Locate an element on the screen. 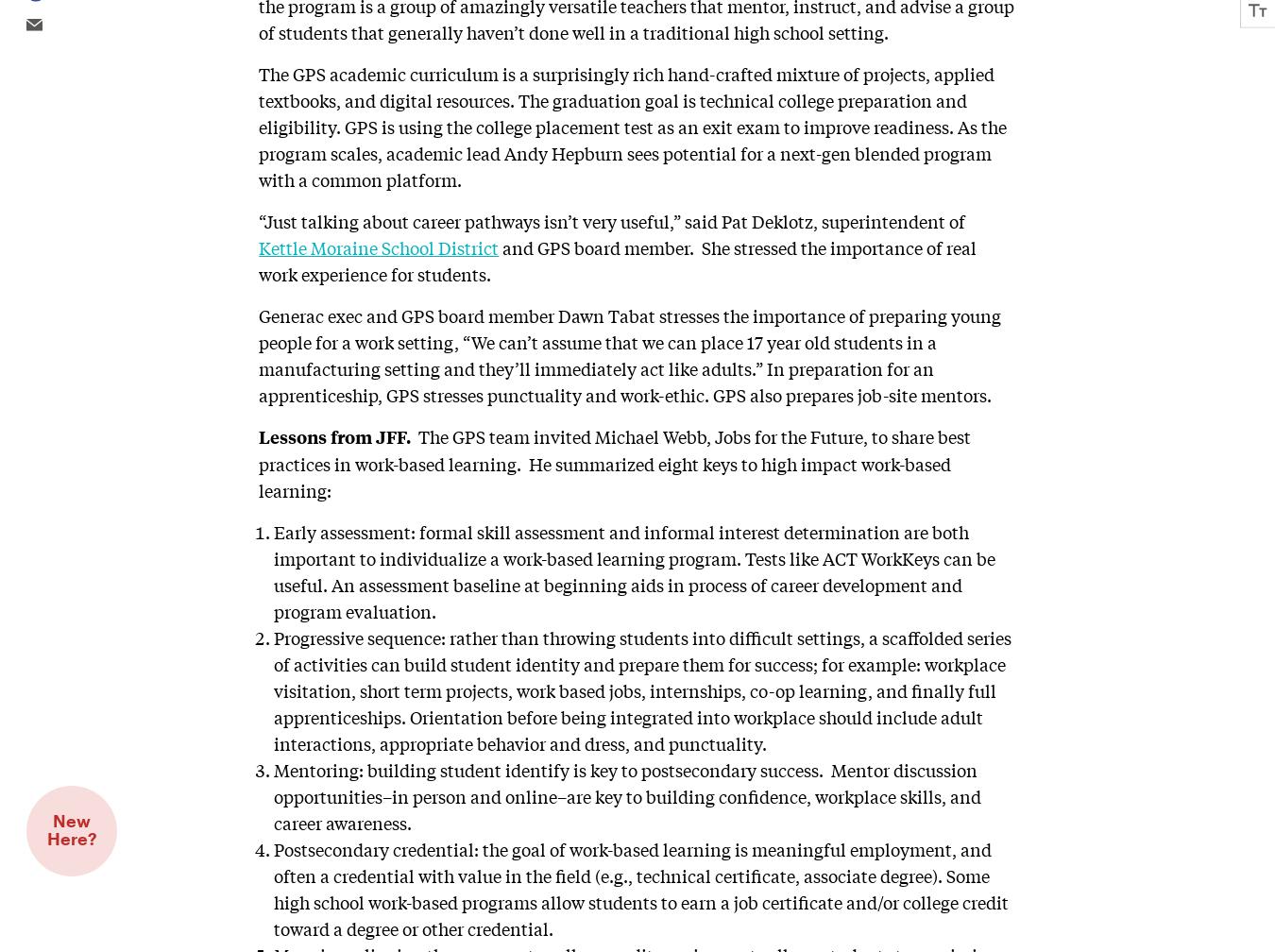  'Generac exec and GPS board member Dawn Tabat stresses the importance of preparing young people for a work setting, “We can’t assume that we can place 17 year old students in a manufacturing setting and they’ll immediately act like adults.” In preparation for an apprenticeship, GPS stresses punctuality and work-ethic. GPS also prepares job-site mentors.' is located at coordinates (630, 353).